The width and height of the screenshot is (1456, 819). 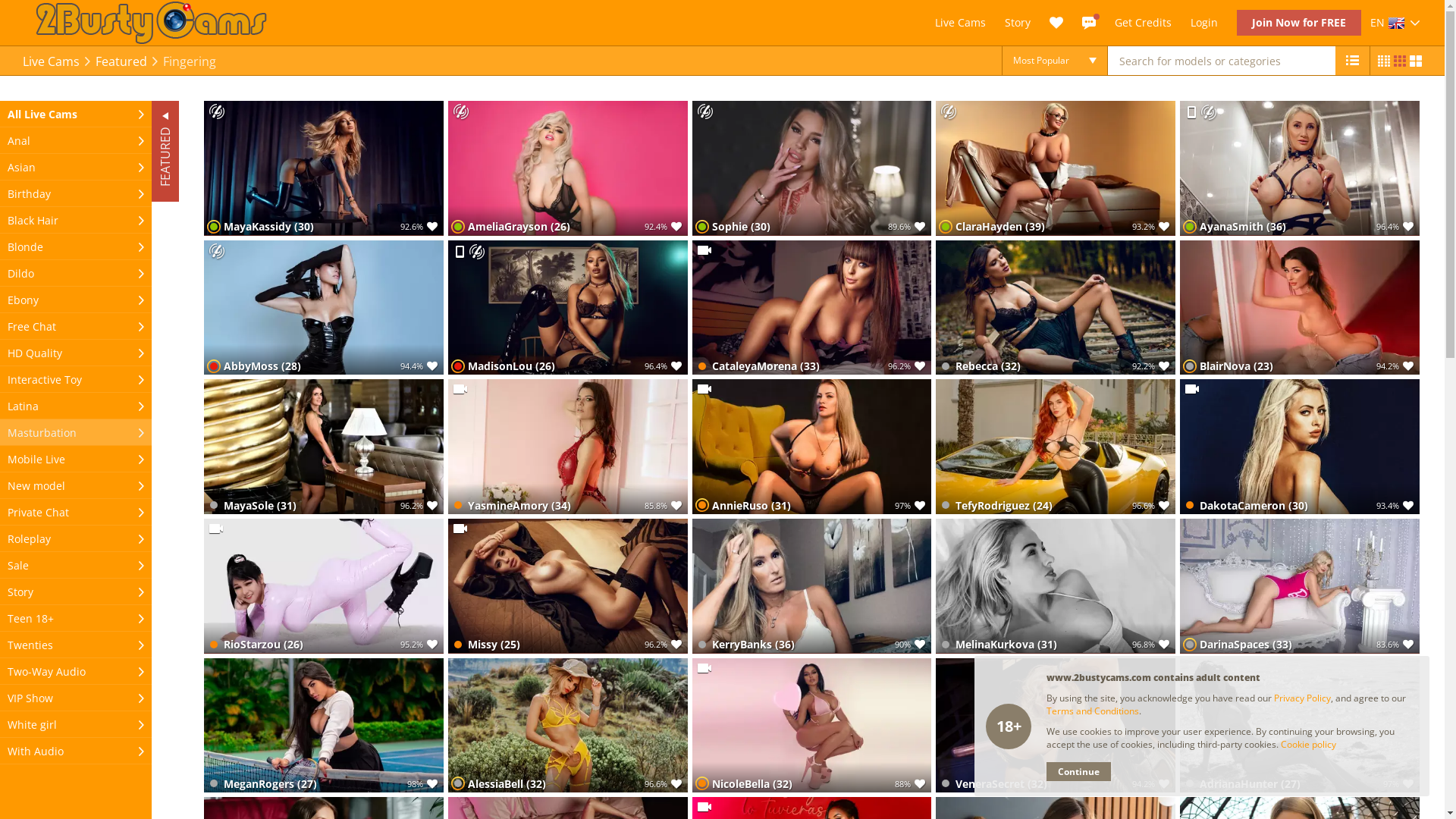 What do you see at coordinates (1092, 711) in the screenshot?
I see `'Terms and Conditions'` at bounding box center [1092, 711].